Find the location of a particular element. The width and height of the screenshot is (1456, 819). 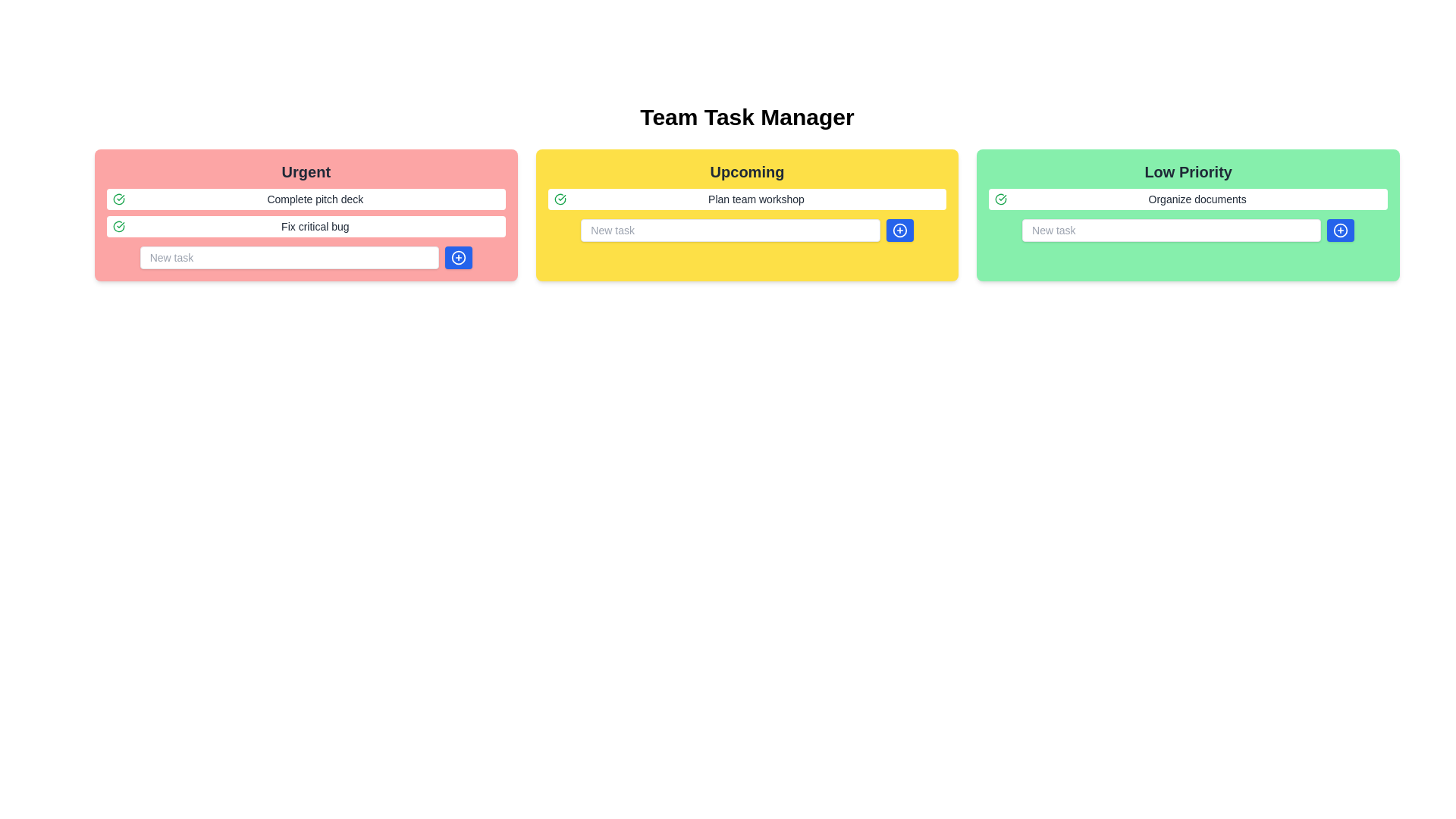

inside the input box located in the 'Low Priority' section to focus it is located at coordinates (1188, 231).